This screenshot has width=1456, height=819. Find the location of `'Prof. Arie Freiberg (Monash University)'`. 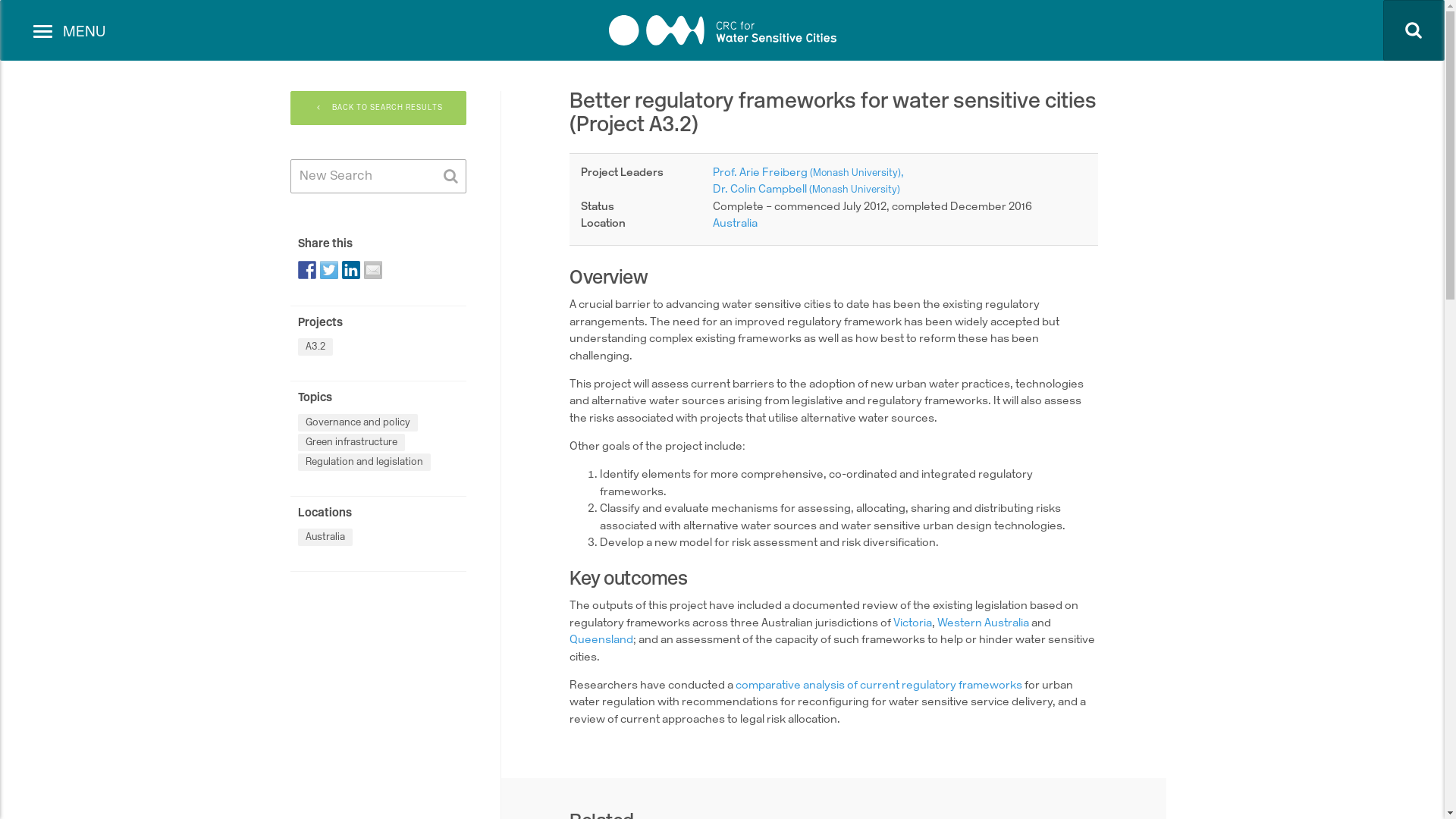

'Prof. Arie Freiberg (Monash University)' is located at coordinates (712, 172).